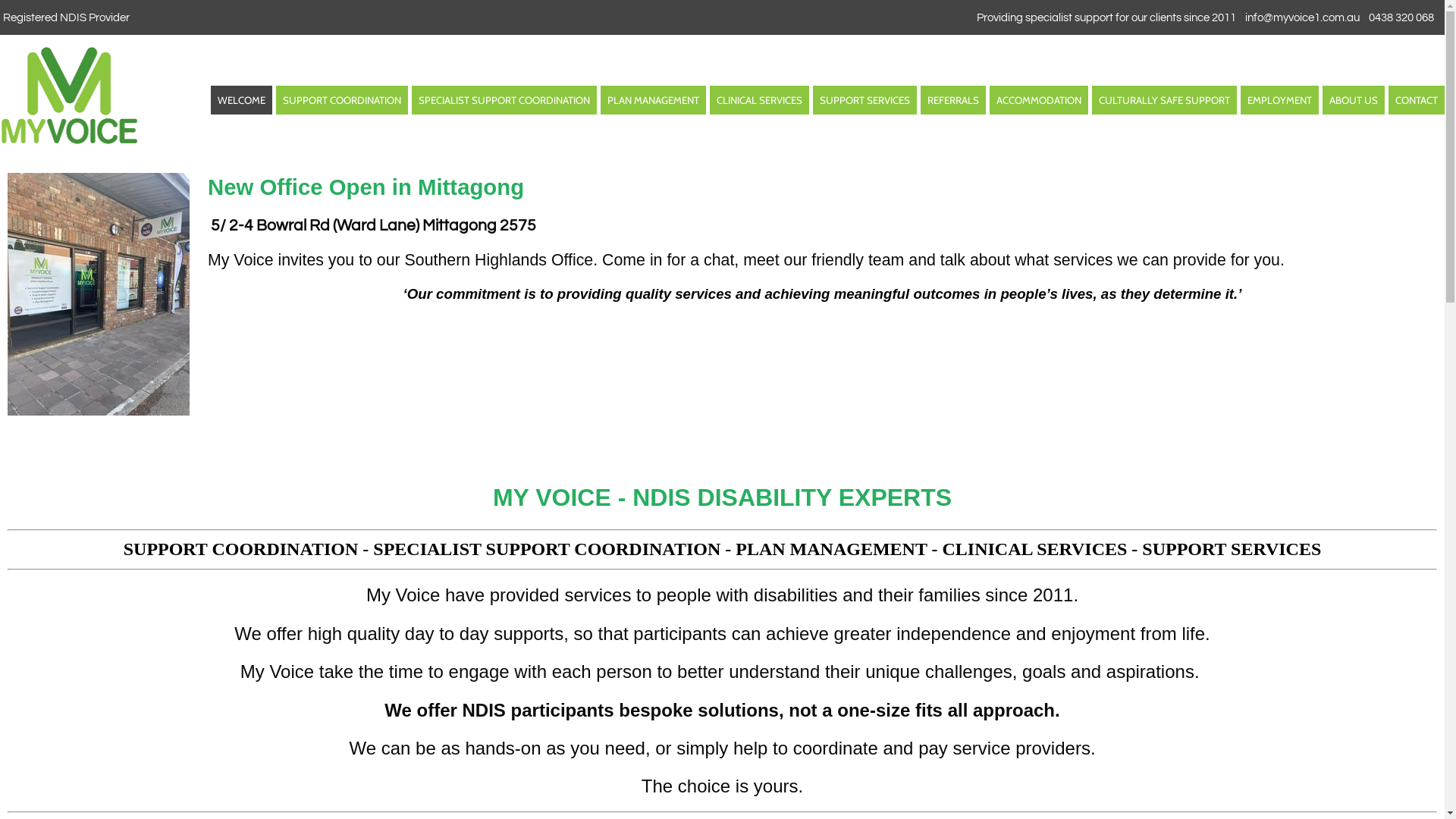 This screenshot has height=819, width=1456. I want to click on 'EMPLOYMENT', so click(1279, 100).